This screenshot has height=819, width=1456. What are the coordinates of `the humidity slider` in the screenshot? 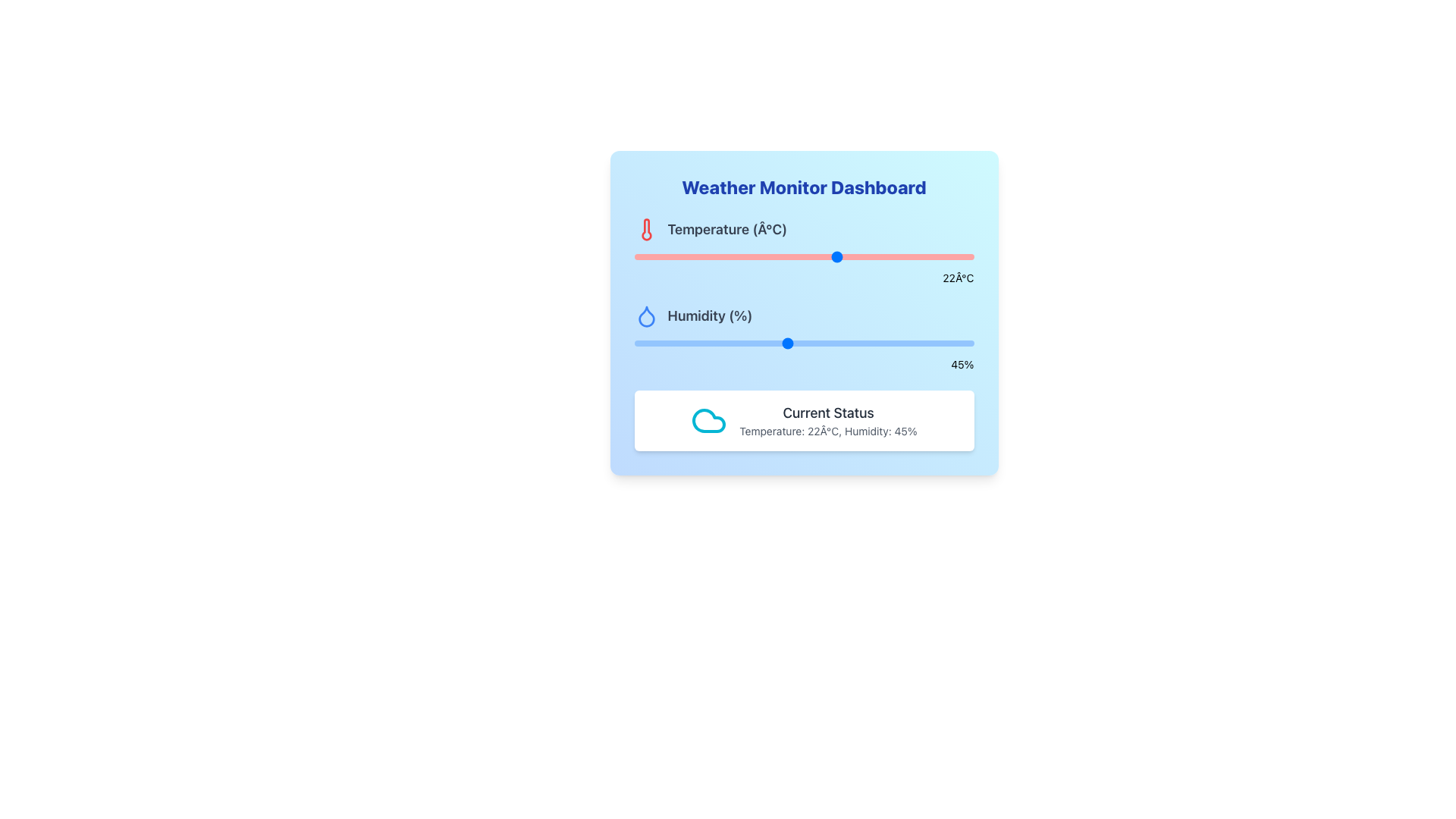 It's located at (695, 343).